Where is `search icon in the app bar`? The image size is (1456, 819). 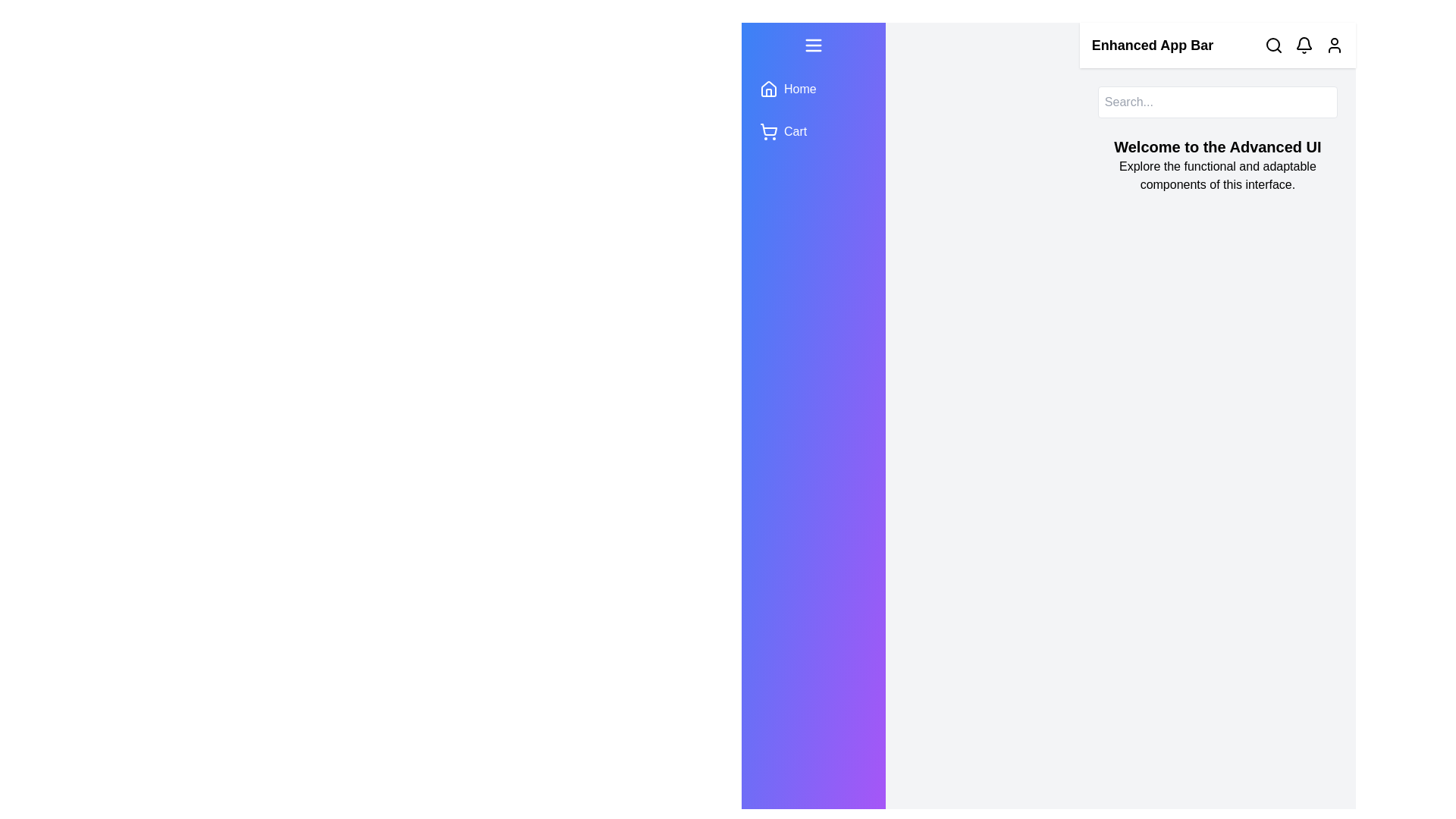
search icon in the app bar is located at coordinates (1274, 45).